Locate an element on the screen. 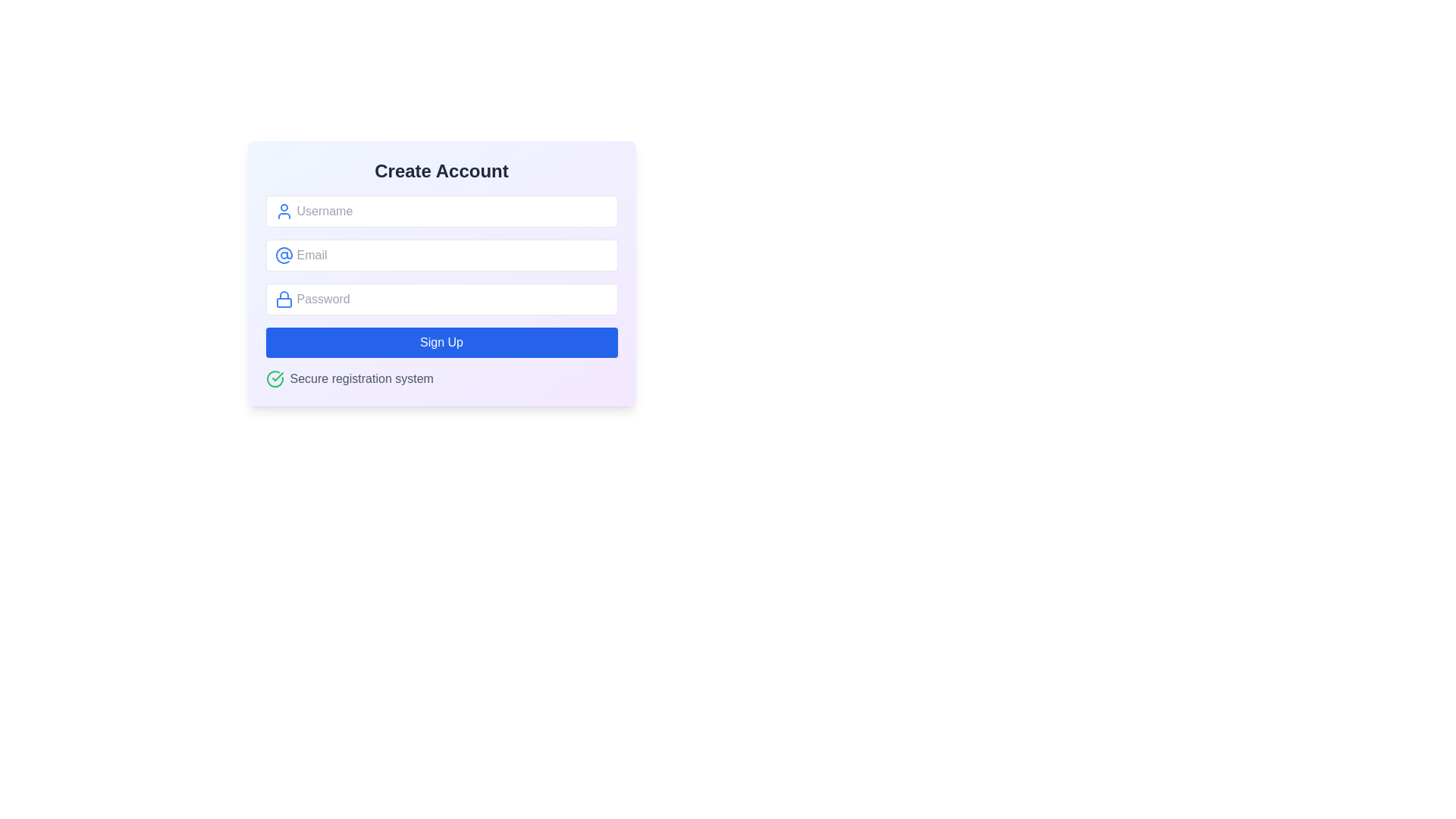 This screenshot has width=1456, height=819. the graphical representation icon for the 'Username' input field, which is positioned to the left of the input field and aligned with its top and bottom edges is located at coordinates (284, 211).